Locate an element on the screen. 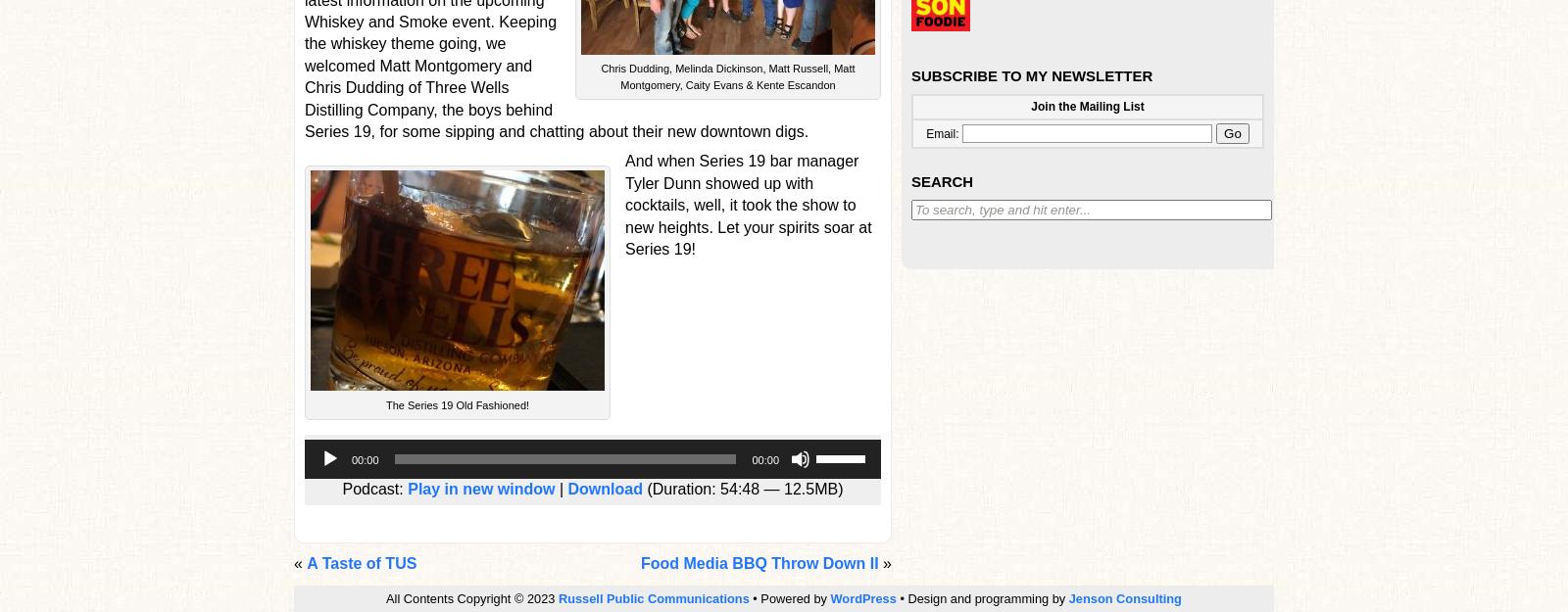  '• Design and programming by' is located at coordinates (981, 597).